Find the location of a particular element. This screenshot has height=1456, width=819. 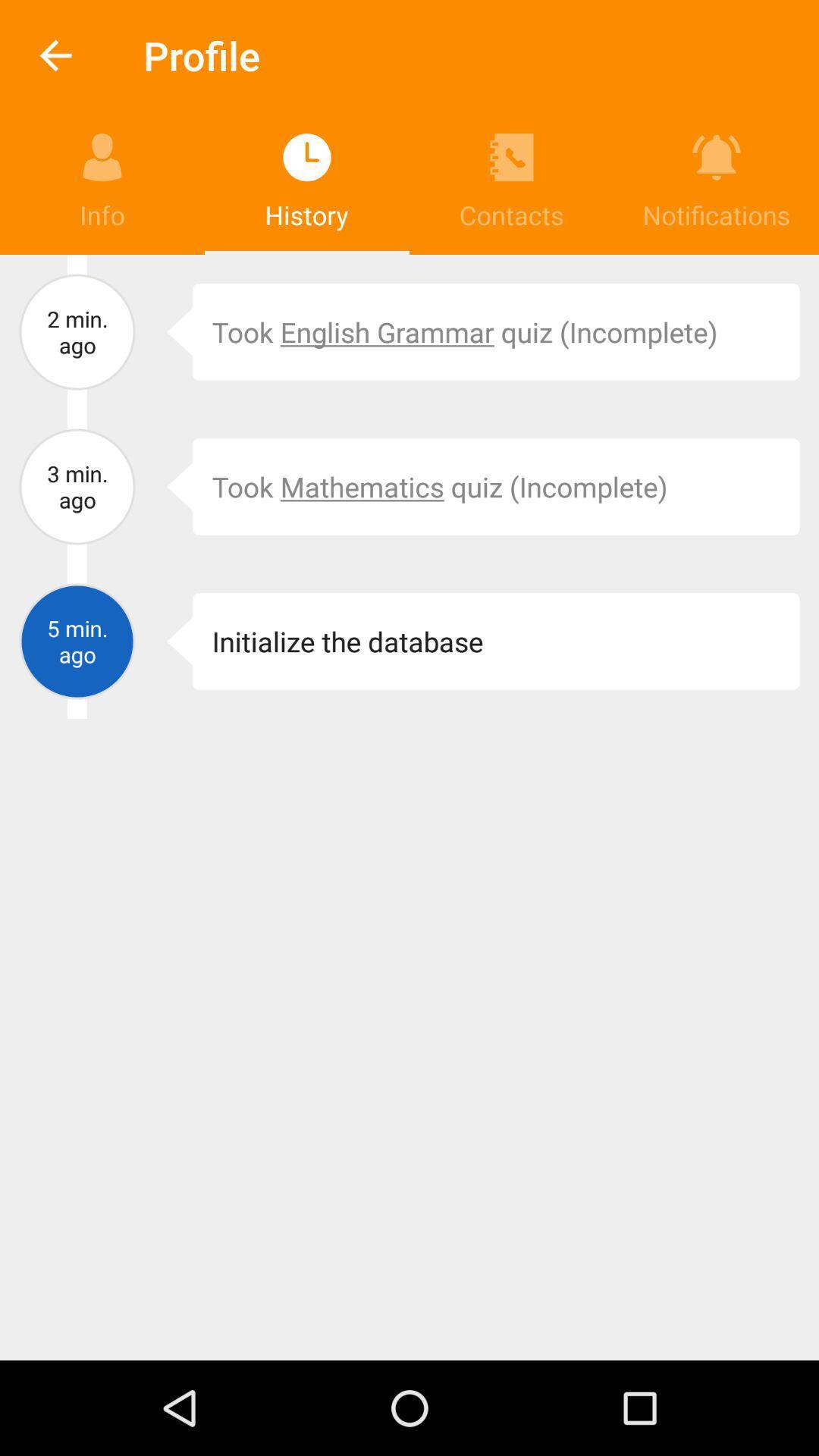

item below the took mathematics quiz icon is located at coordinates (168, 641).